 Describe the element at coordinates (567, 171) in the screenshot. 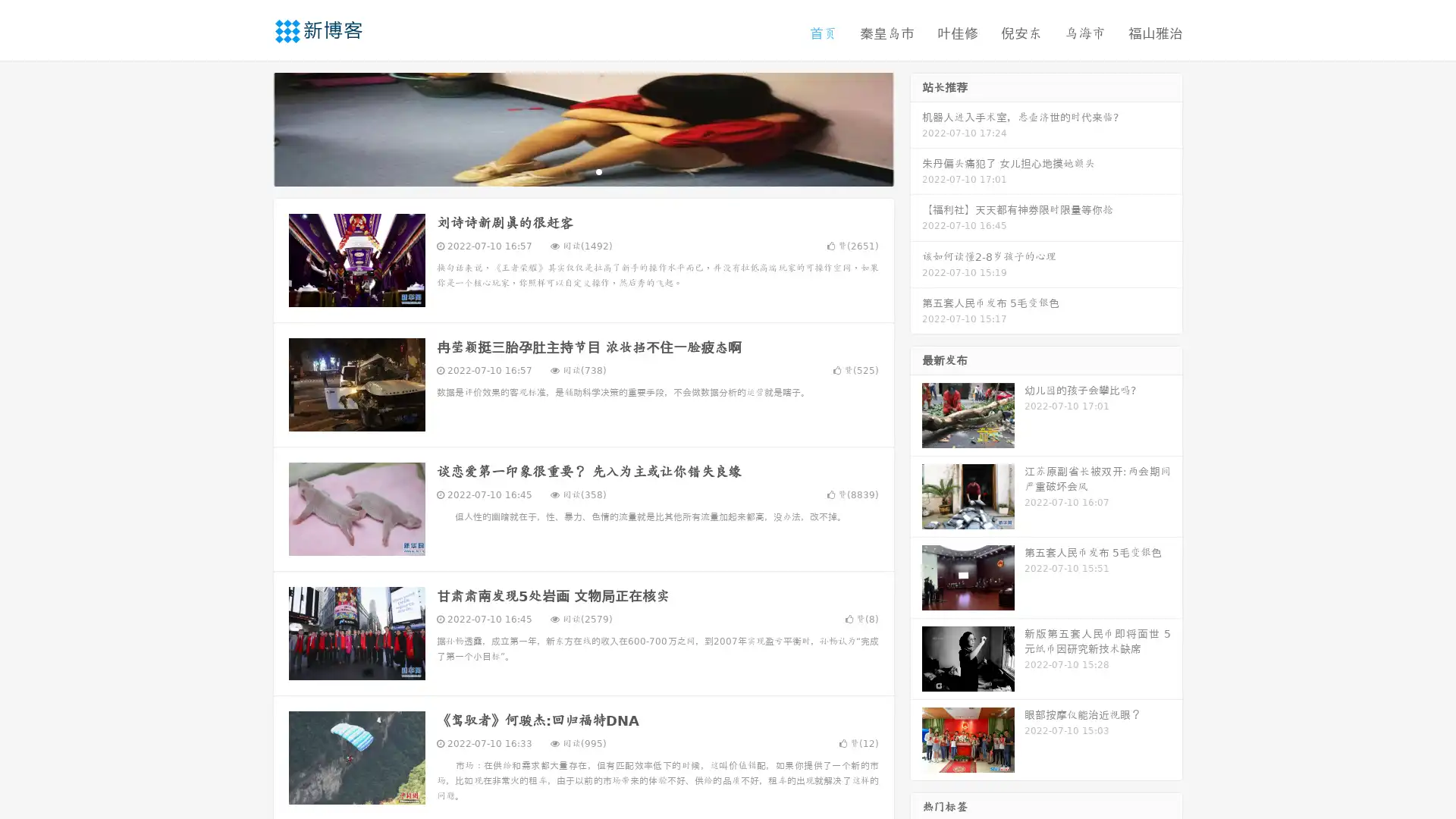

I see `Go to slide 1` at that location.